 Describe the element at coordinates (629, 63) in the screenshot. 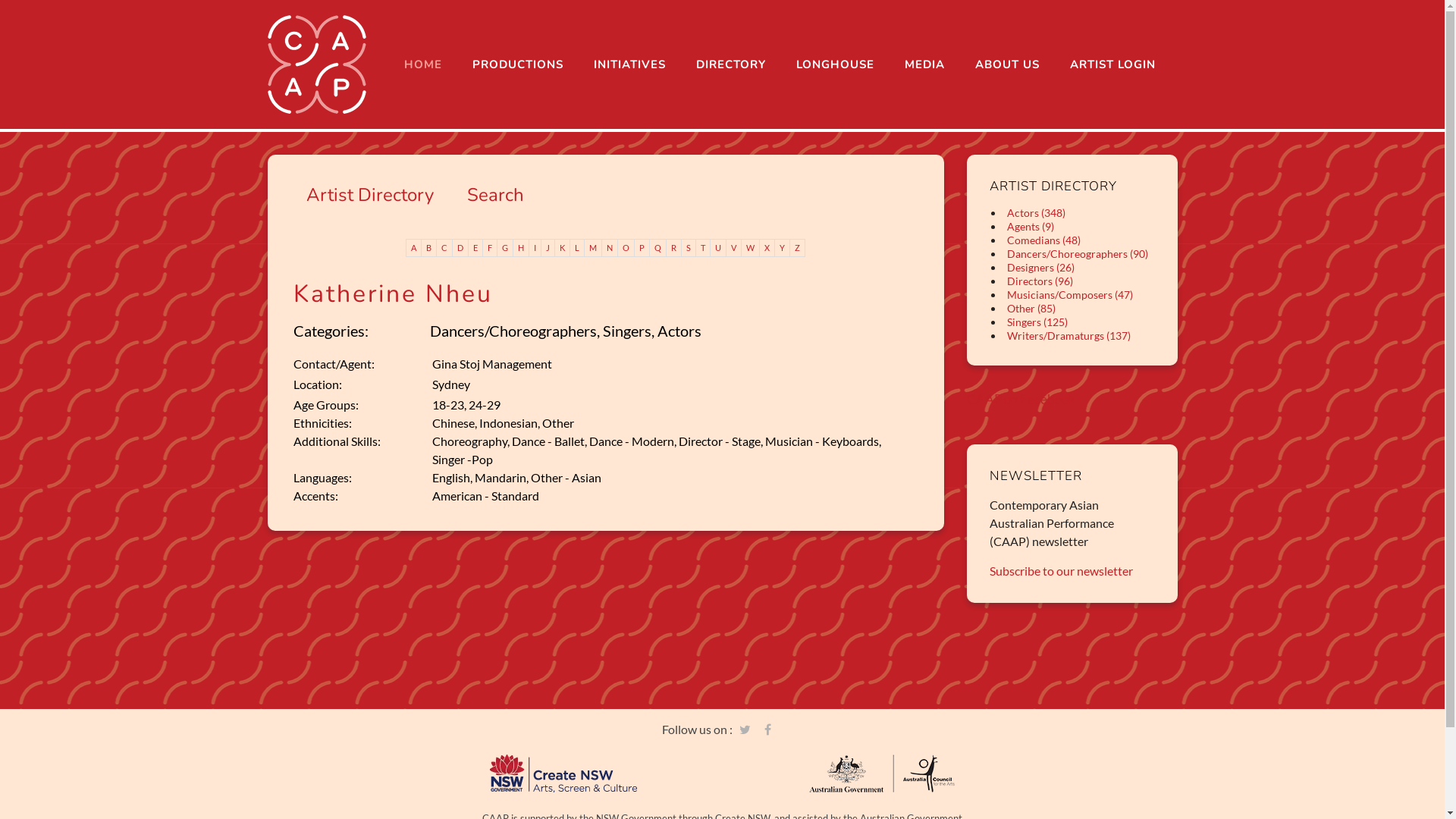

I see `'INITIATIVES'` at that location.